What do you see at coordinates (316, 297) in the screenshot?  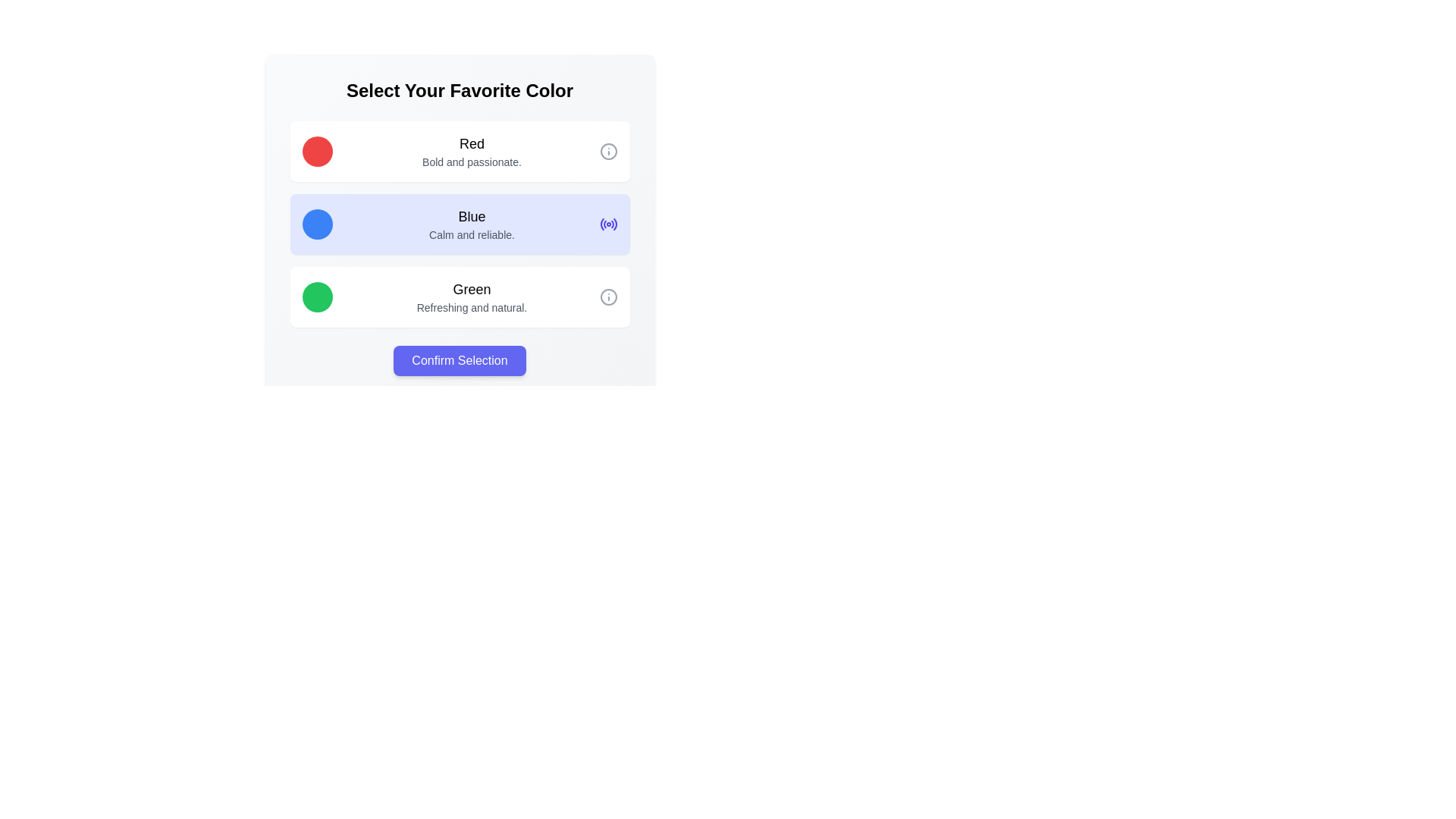 I see `the green circular icon in the Green section of the color selection list, which is the third option below Red and Blue` at bounding box center [316, 297].